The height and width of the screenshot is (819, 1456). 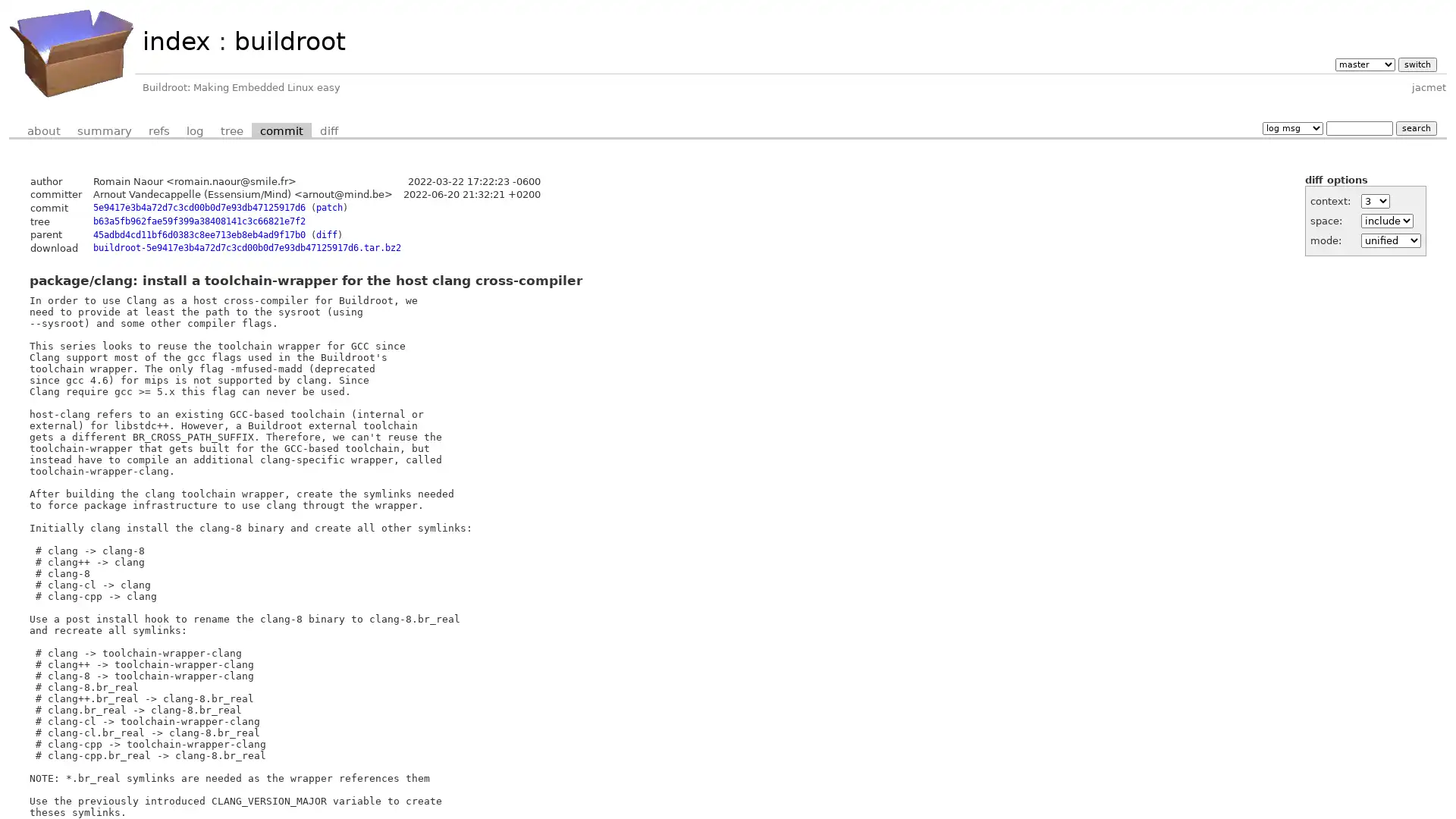 I want to click on search, so click(x=1415, y=127).